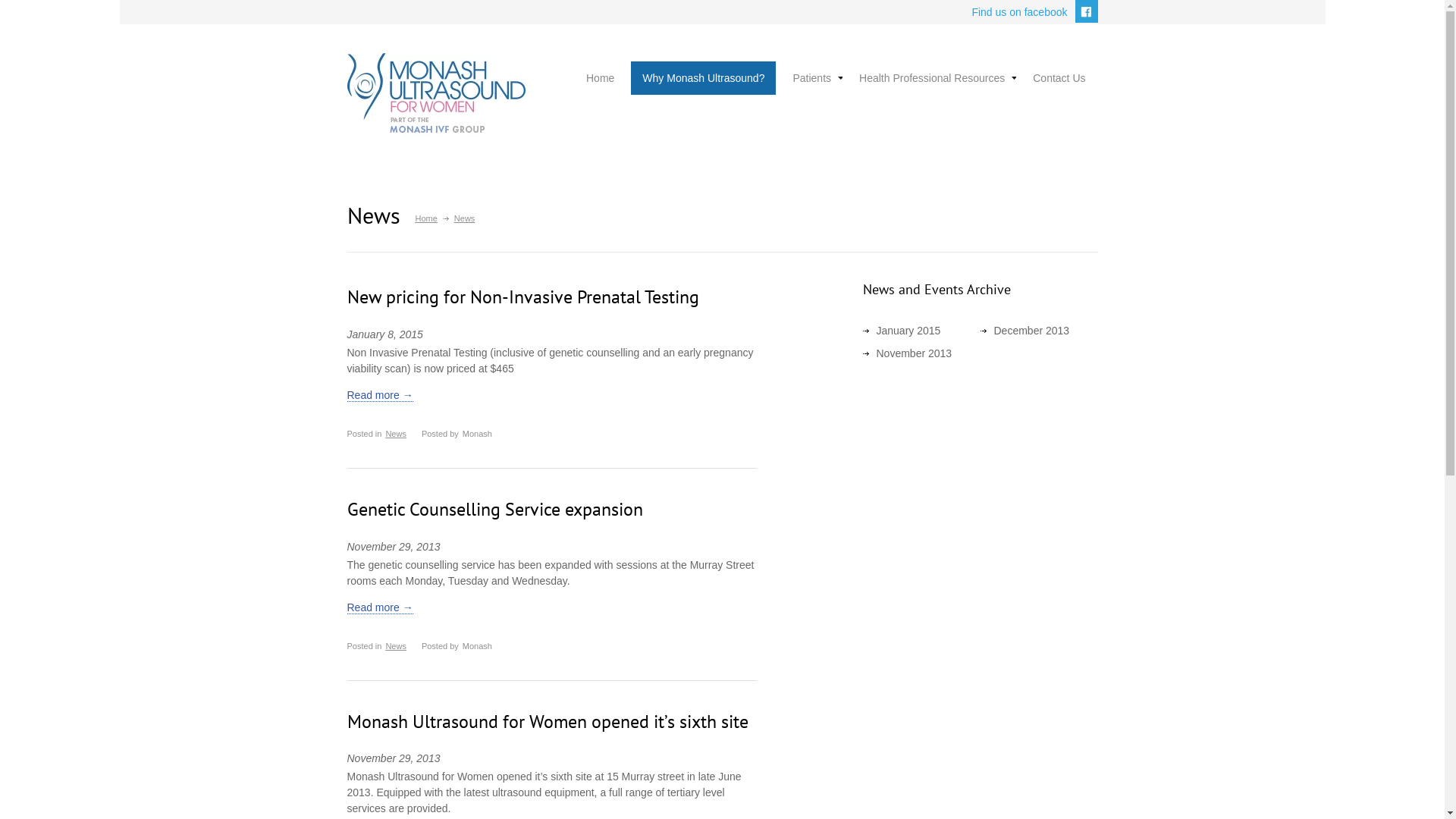 Image resolution: width=1456 pixels, height=819 pixels. Describe the element at coordinates (1031, 329) in the screenshot. I see `'December 2013'` at that location.